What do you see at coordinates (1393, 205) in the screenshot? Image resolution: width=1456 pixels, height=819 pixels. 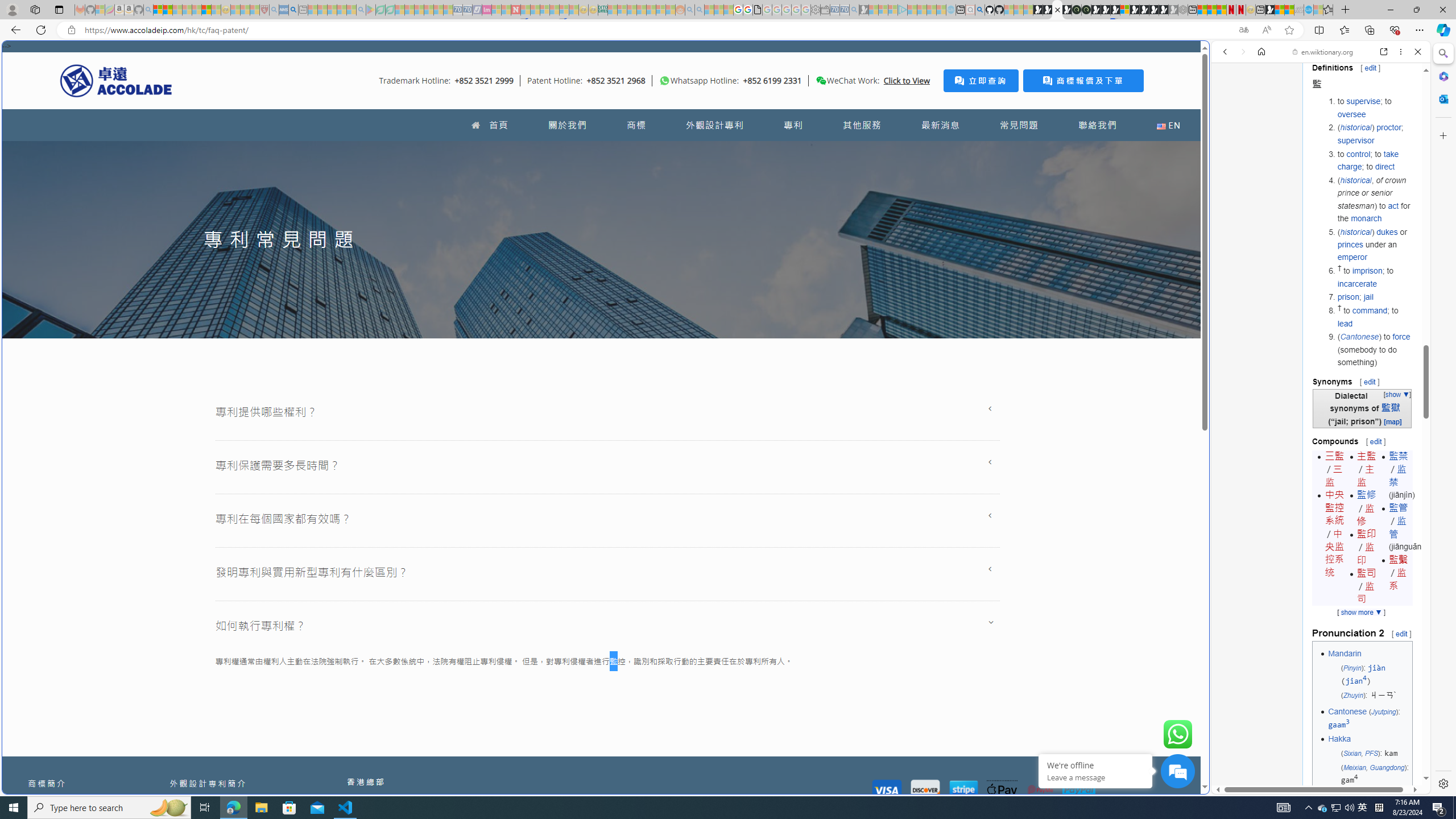 I see `'act'` at bounding box center [1393, 205].